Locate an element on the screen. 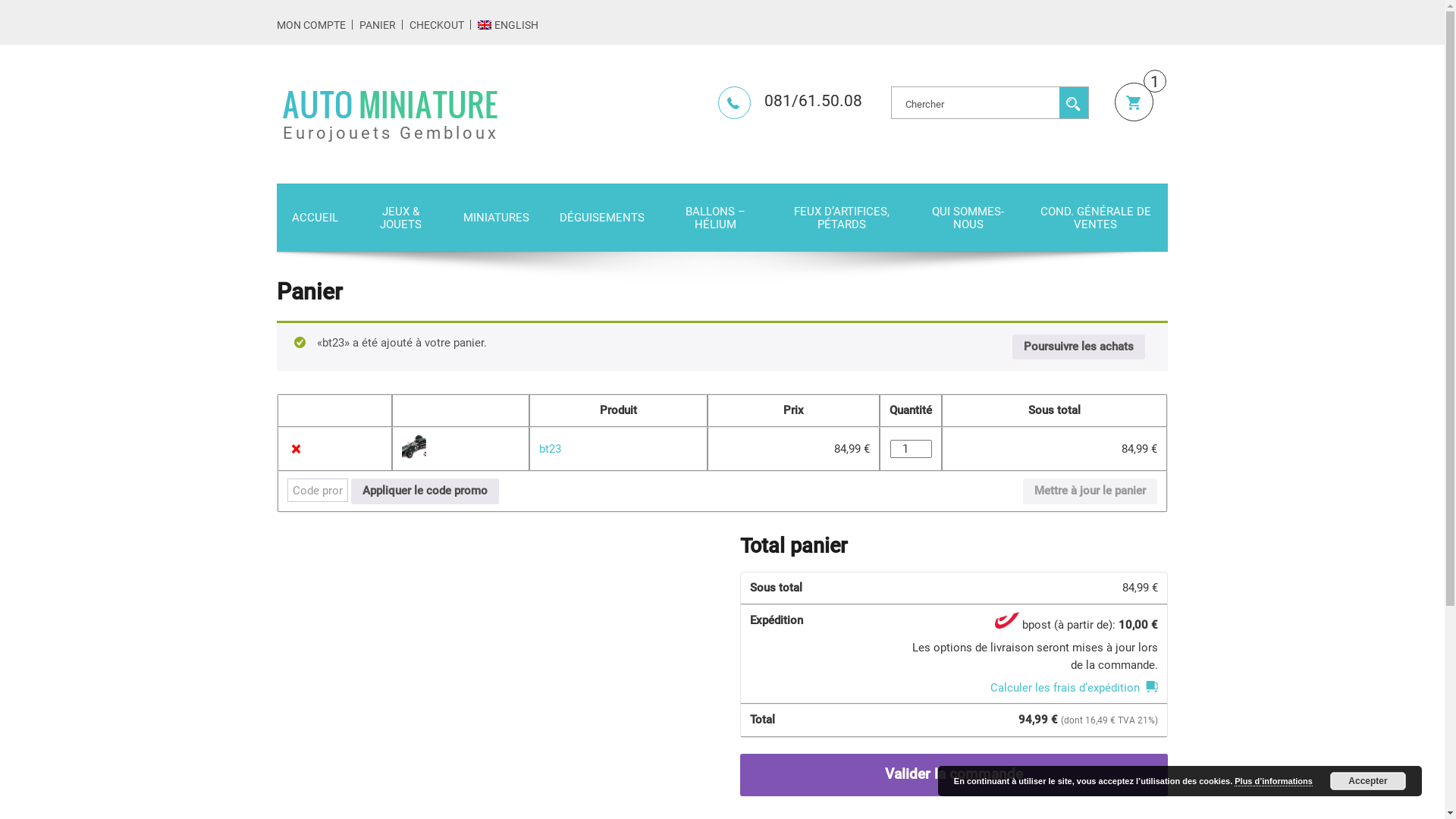 The image size is (1456, 819). 'Valider la commande' is located at coordinates (952, 775).